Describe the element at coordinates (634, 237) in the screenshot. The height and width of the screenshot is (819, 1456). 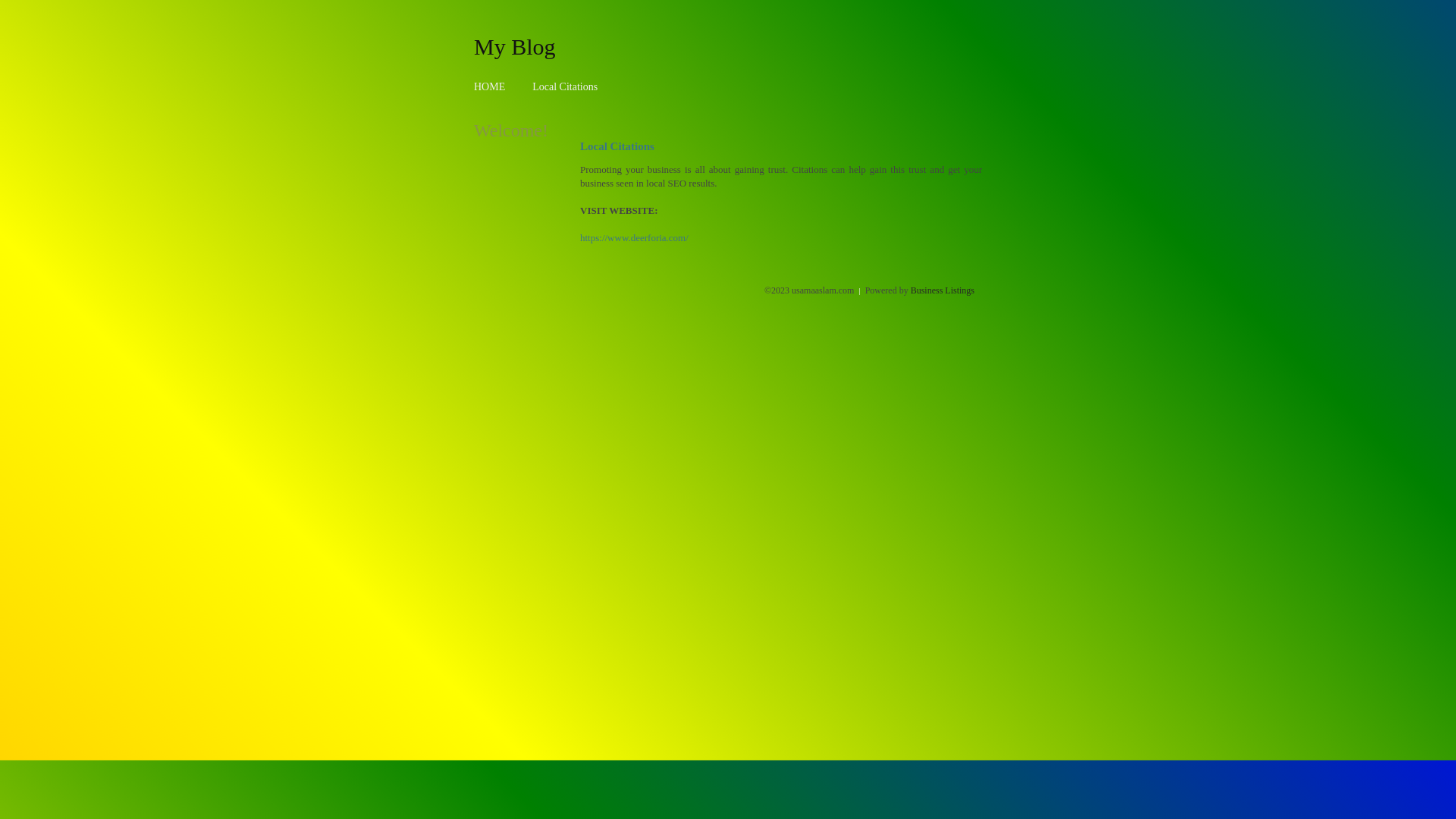
I see `'https://www.deerforia.com/'` at that location.